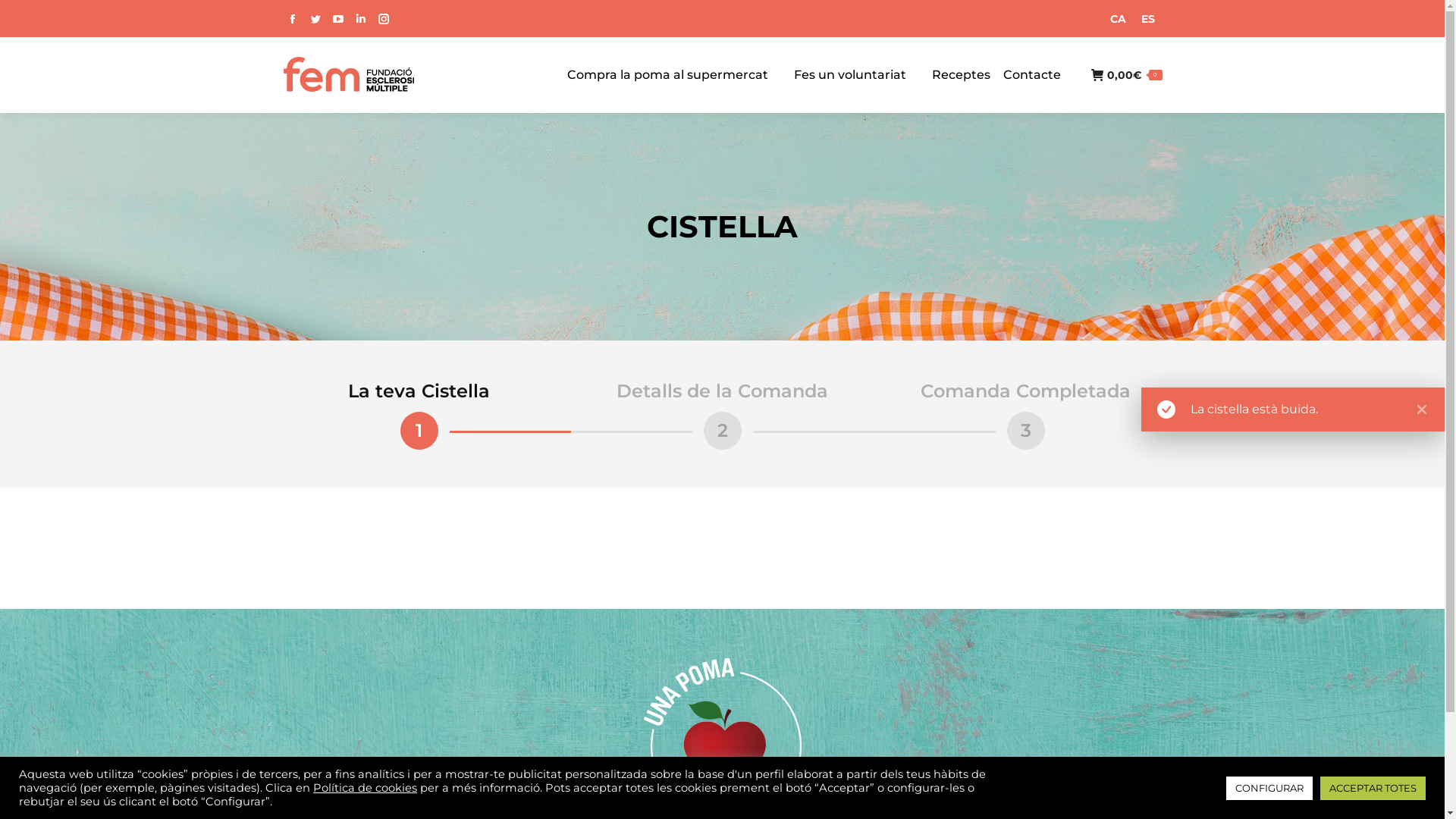 This screenshot has width=1456, height=819. Describe the element at coordinates (1103, 18) in the screenshot. I see `'CA'` at that location.